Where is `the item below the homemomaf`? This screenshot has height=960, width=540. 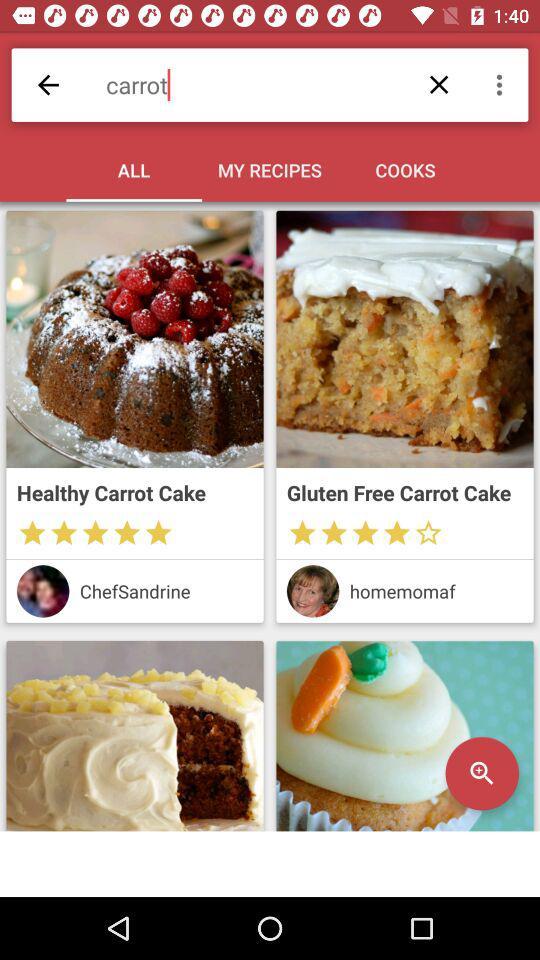
the item below the homemomaf is located at coordinates (481, 772).